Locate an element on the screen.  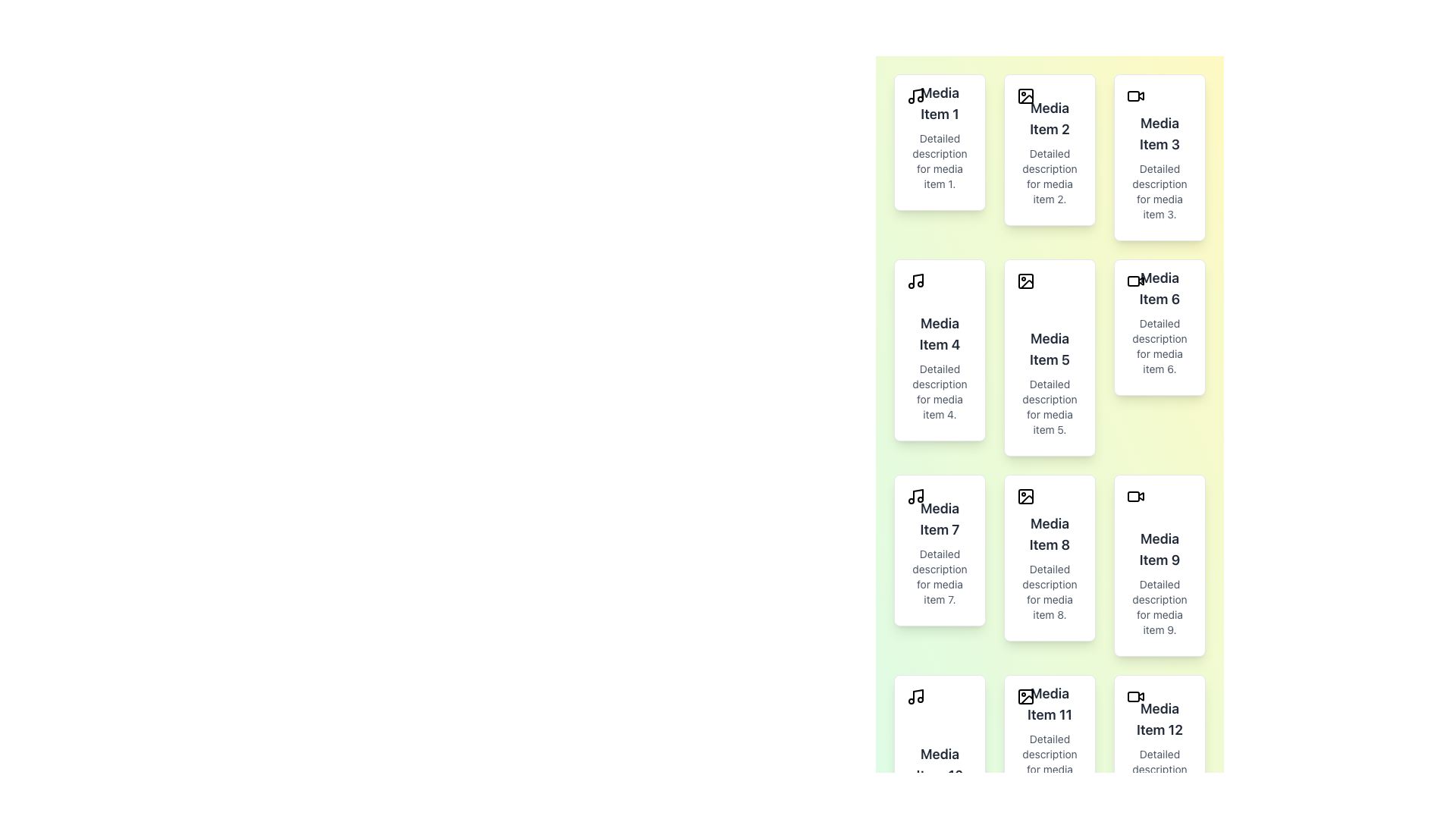
the black musical note icon located at the top-left corner of the card labeled 'Media Item 4', which is in the second row, first column of the grid layout is located at coordinates (915, 281).